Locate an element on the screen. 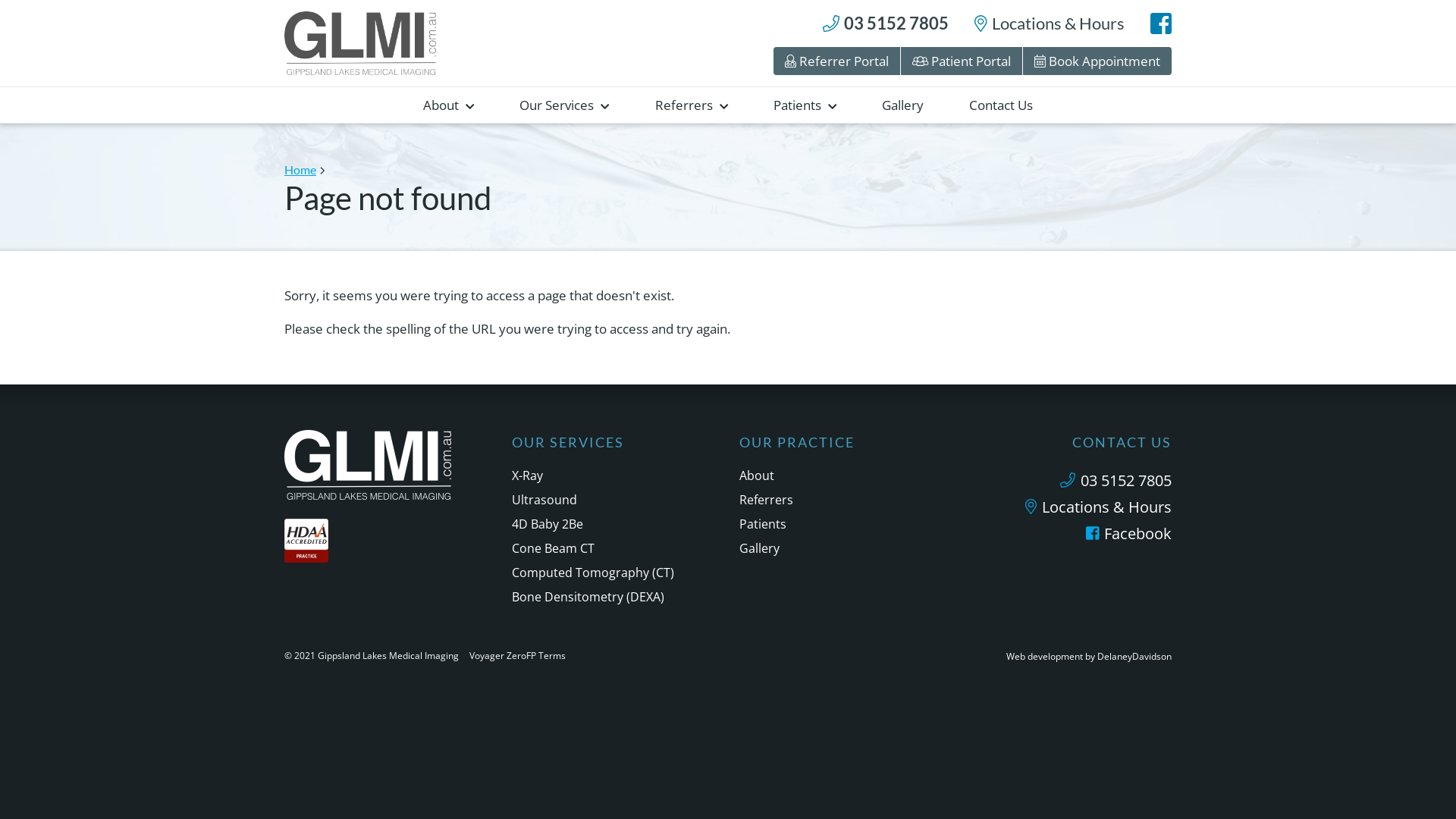 The height and width of the screenshot is (819, 1456). 'Patients' is located at coordinates (804, 104).